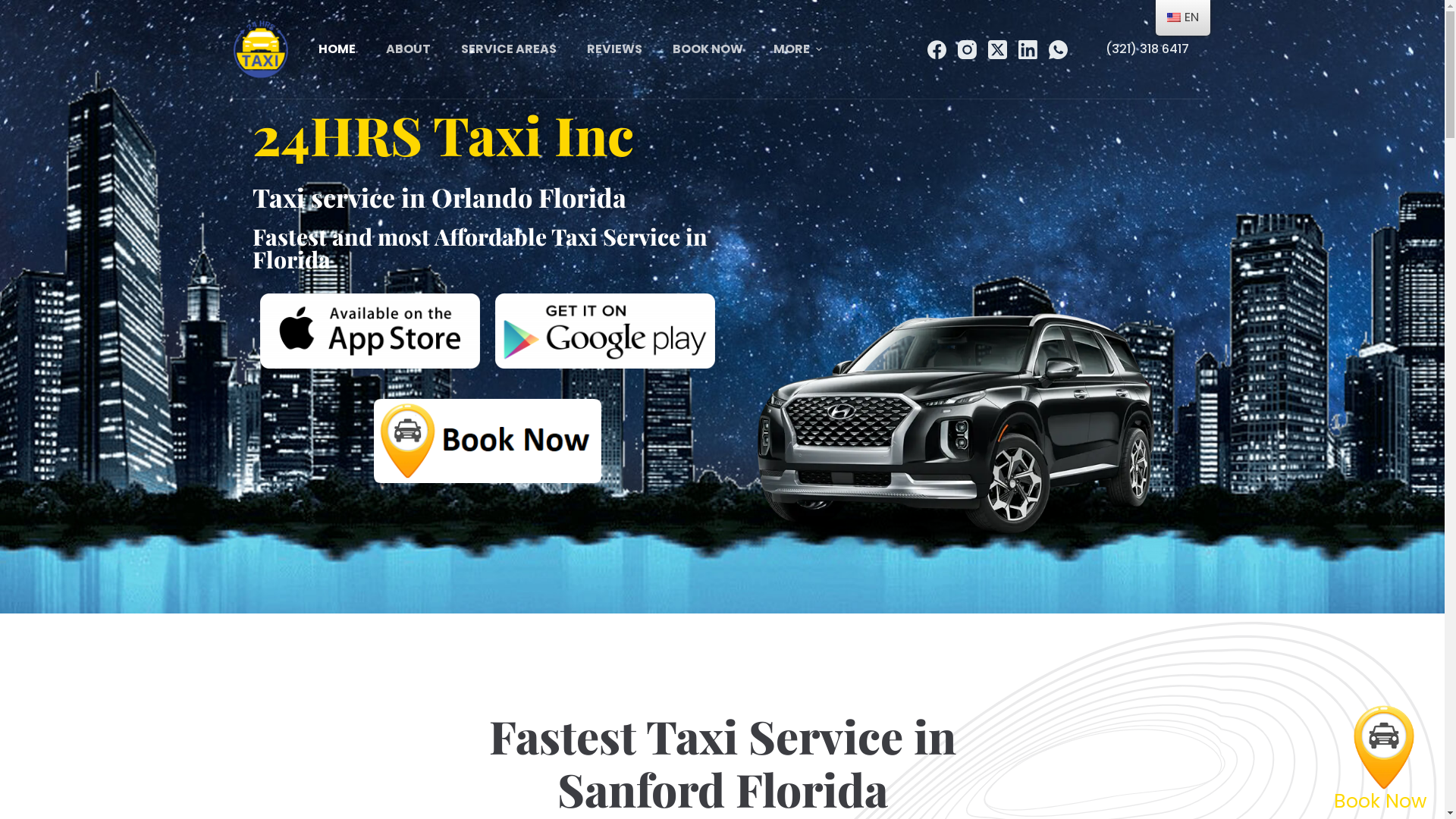 This screenshot has width=1456, height=819. Describe the element at coordinates (1383, 774) in the screenshot. I see `'Book Now'` at that location.